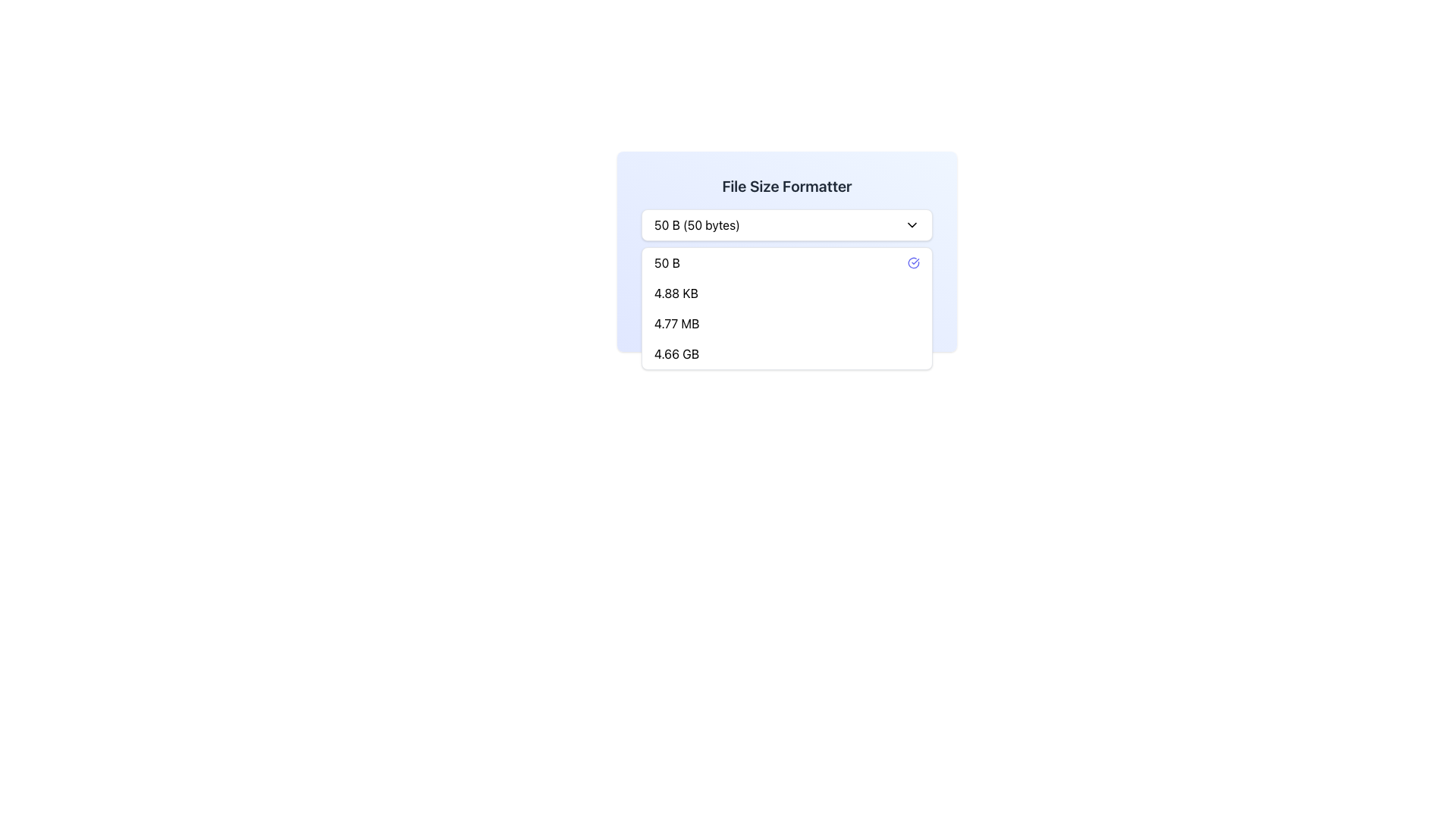  What do you see at coordinates (786, 353) in the screenshot?
I see `the selectable menu item displaying '4.66 GB'` at bounding box center [786, 353].